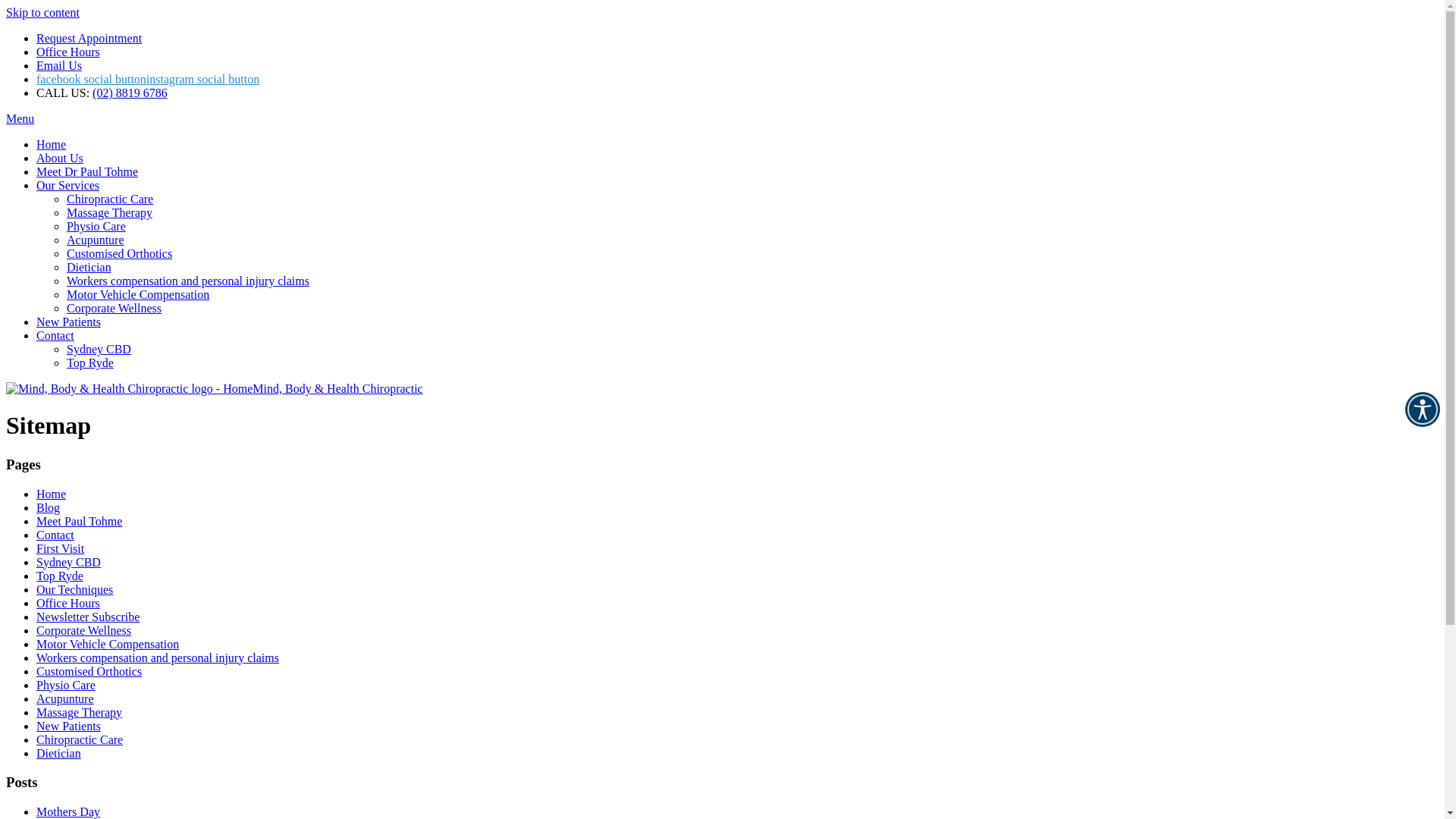 The height and width of the screenshot is (819, 1456). Describe the element at coordinates (60, 548) in the screenshot. I see `'First Visit'` at that location.